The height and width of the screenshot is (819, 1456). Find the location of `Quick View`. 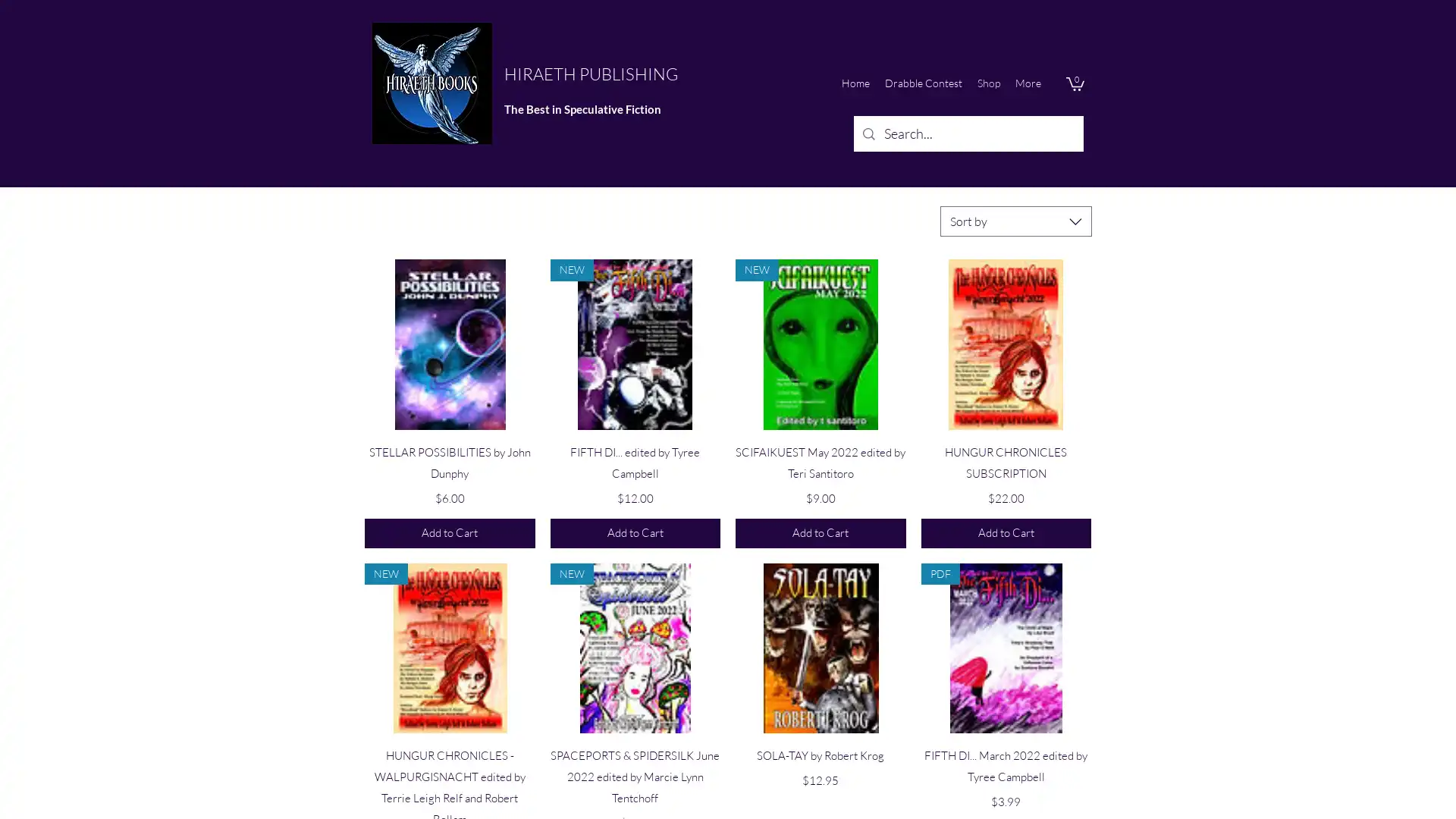

Quick View is located at coordinates (635, 447).